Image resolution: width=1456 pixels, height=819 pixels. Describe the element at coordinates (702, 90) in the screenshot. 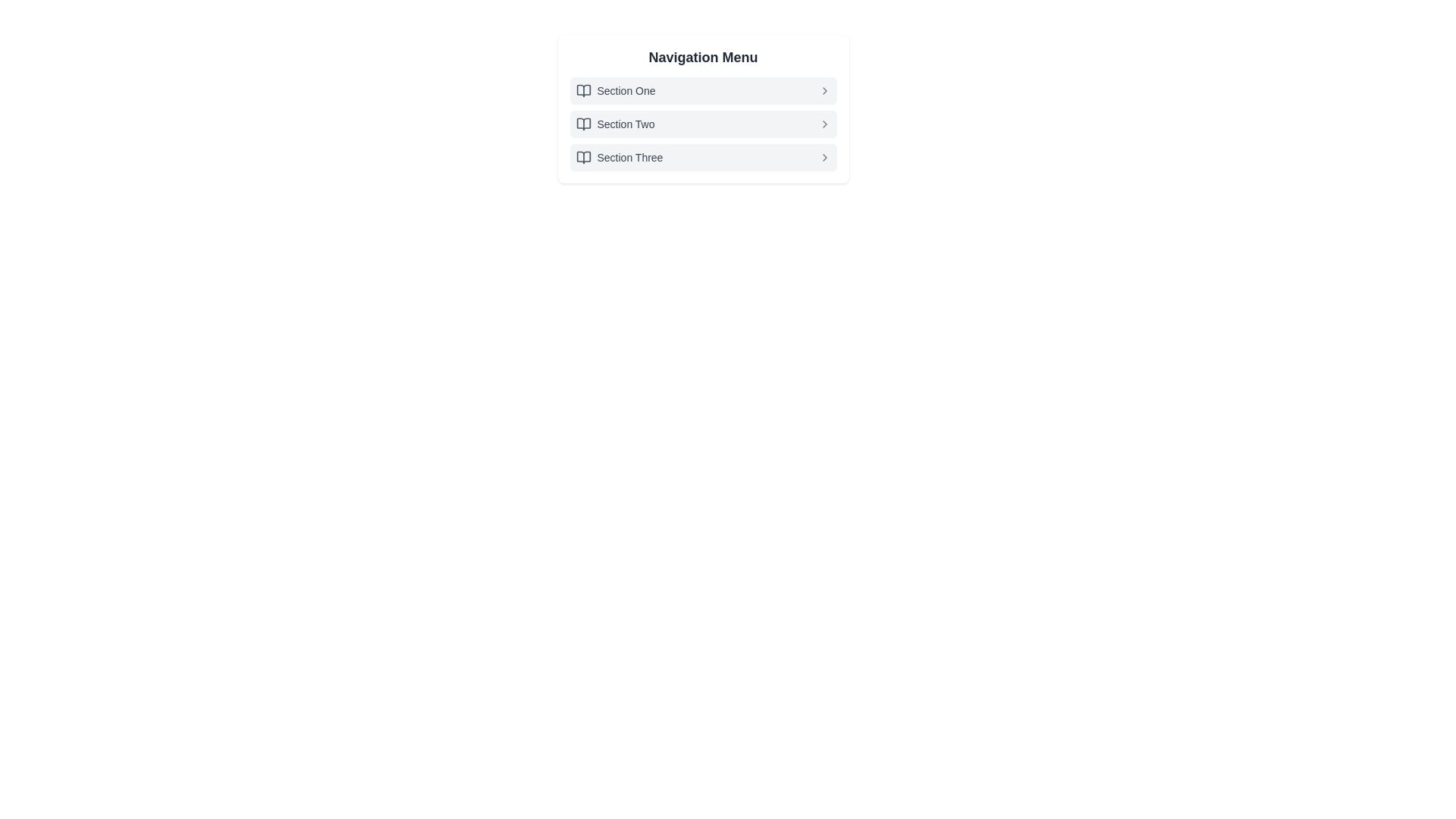

I see `the 'Section One' navigation button` at that location.